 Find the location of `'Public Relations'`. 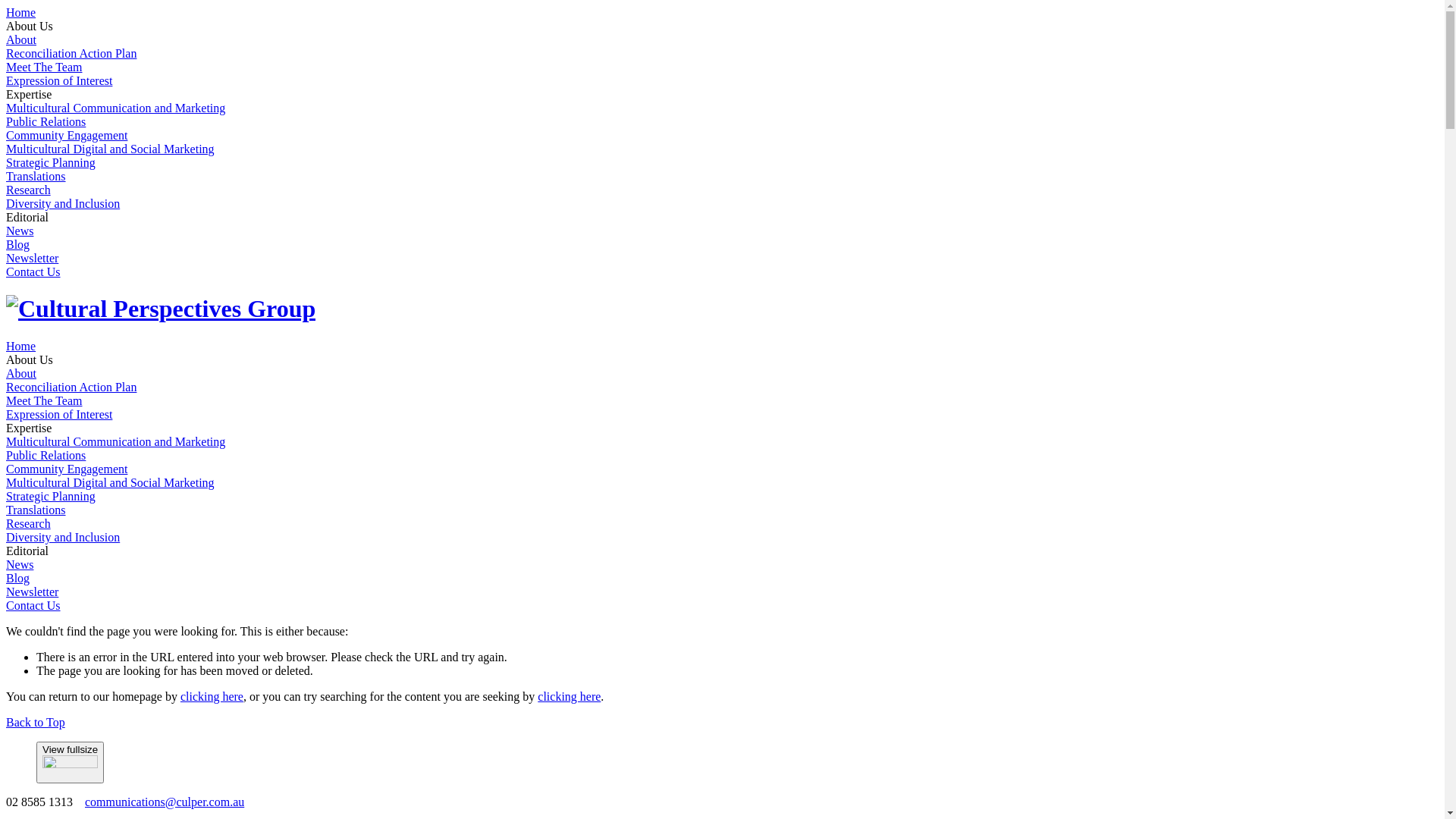

'Public Relations' is located at coordinates (45, 454).